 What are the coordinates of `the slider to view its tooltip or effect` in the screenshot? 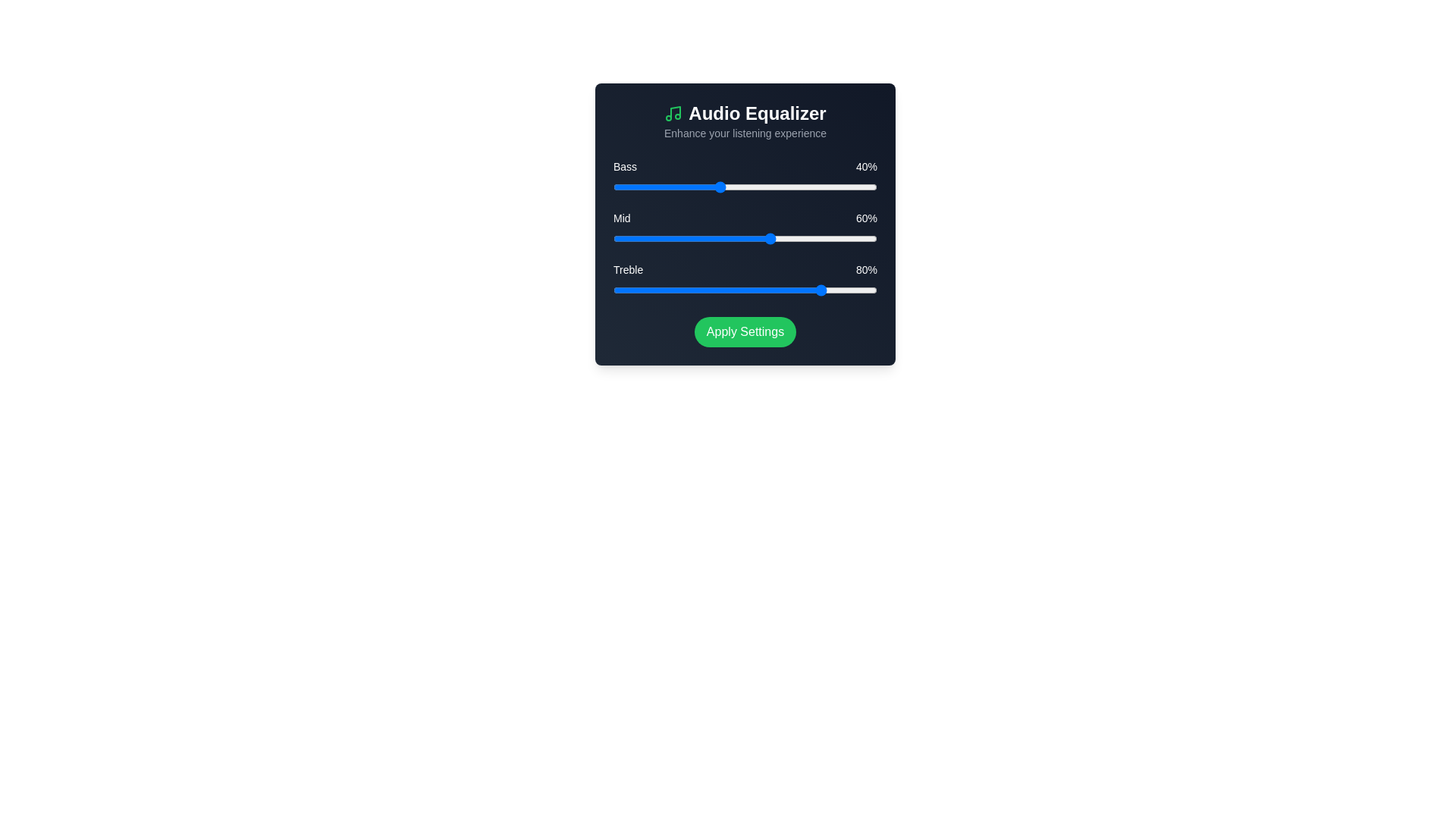 It's located at (745, 186).